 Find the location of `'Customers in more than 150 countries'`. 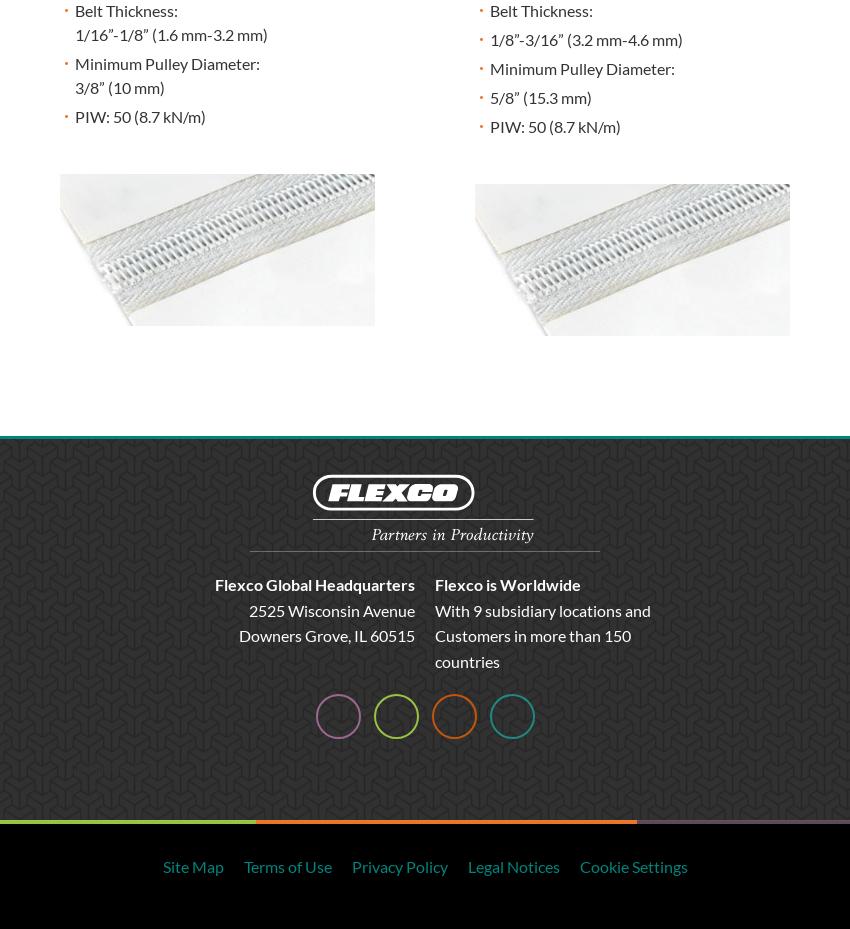

'Customers in more than 150 countries' is located at coordinates (532, 646).